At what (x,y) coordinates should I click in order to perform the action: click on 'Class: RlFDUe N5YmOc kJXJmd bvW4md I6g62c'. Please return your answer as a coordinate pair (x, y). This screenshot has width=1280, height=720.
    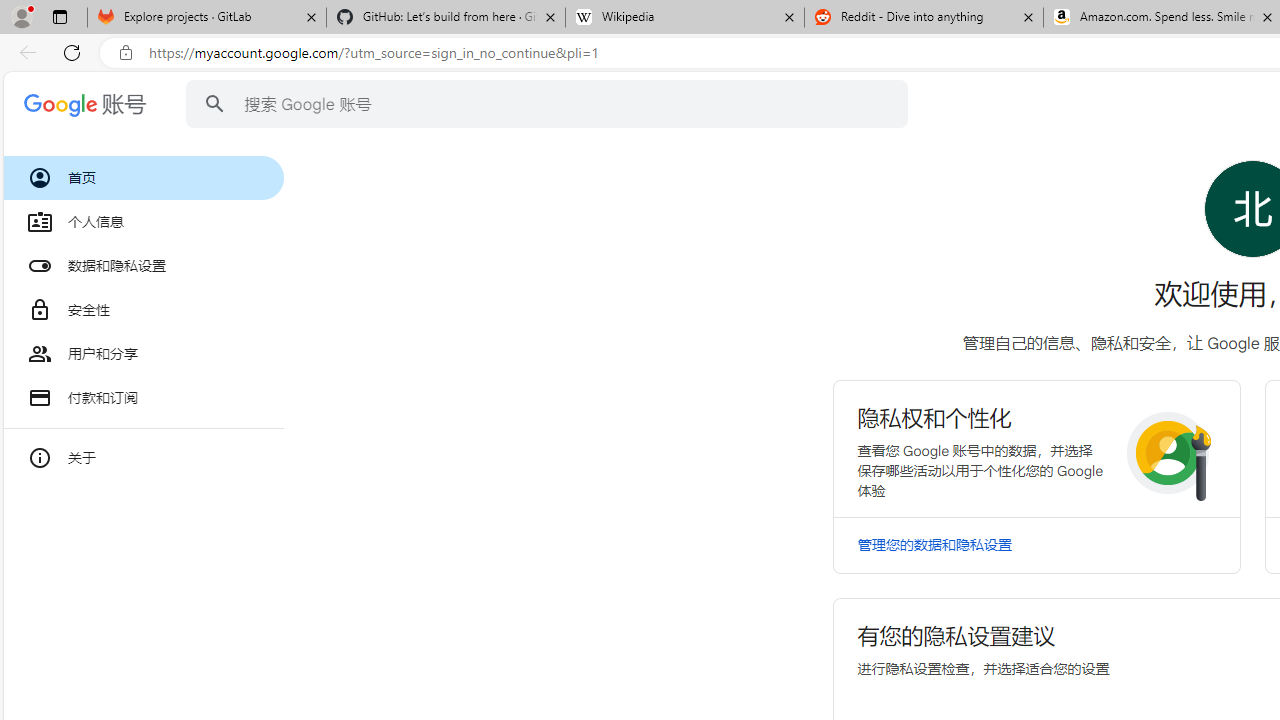
    Looking at the image, I should click on (1036, 447).